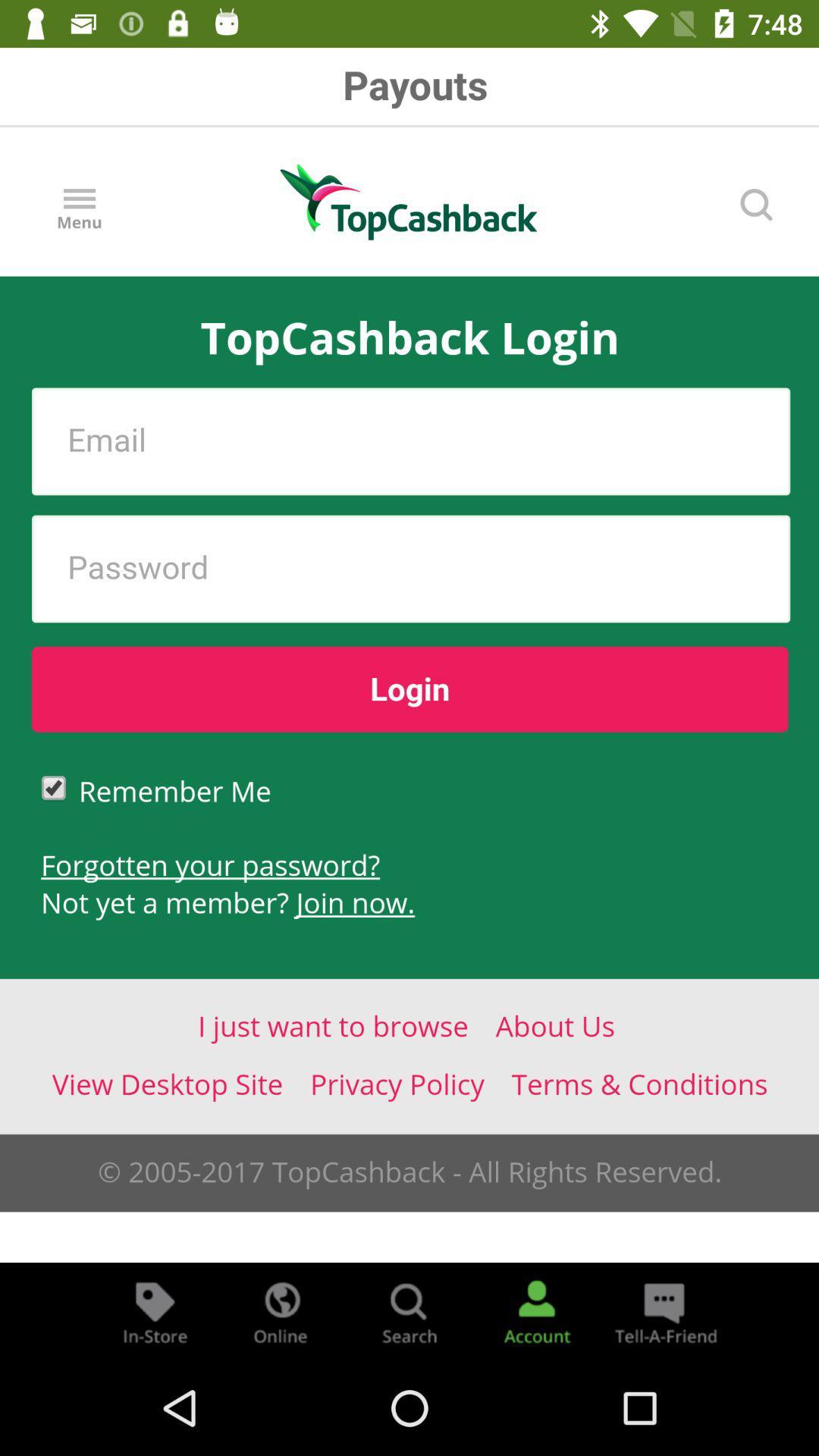 The width and height of the screenshot is (819, 1456). Describe the element at coordinates (536, 1310) in the screenshot. I see `account information` at that location.